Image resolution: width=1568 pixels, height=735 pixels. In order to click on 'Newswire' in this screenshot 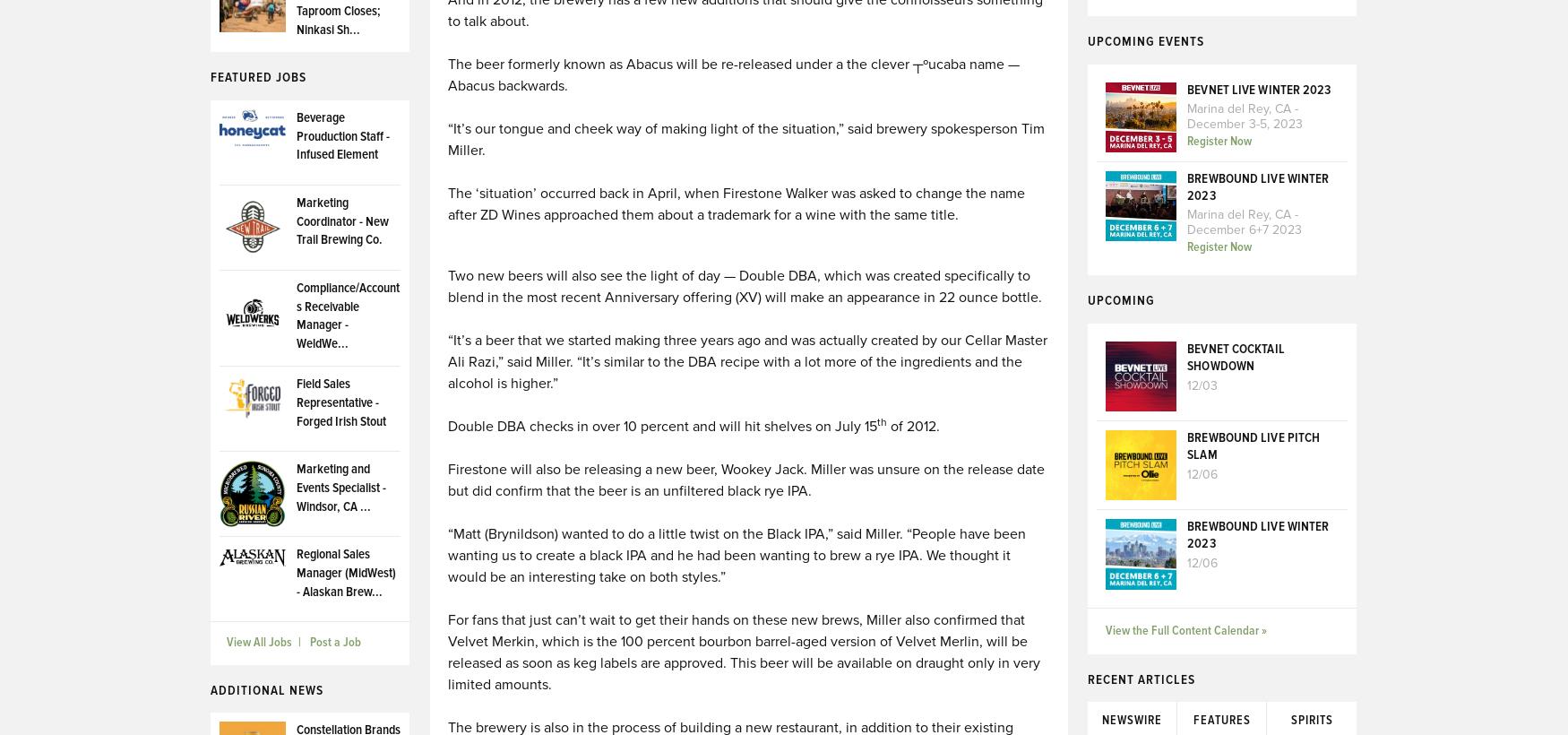, I will do `click(1131, 720)`.